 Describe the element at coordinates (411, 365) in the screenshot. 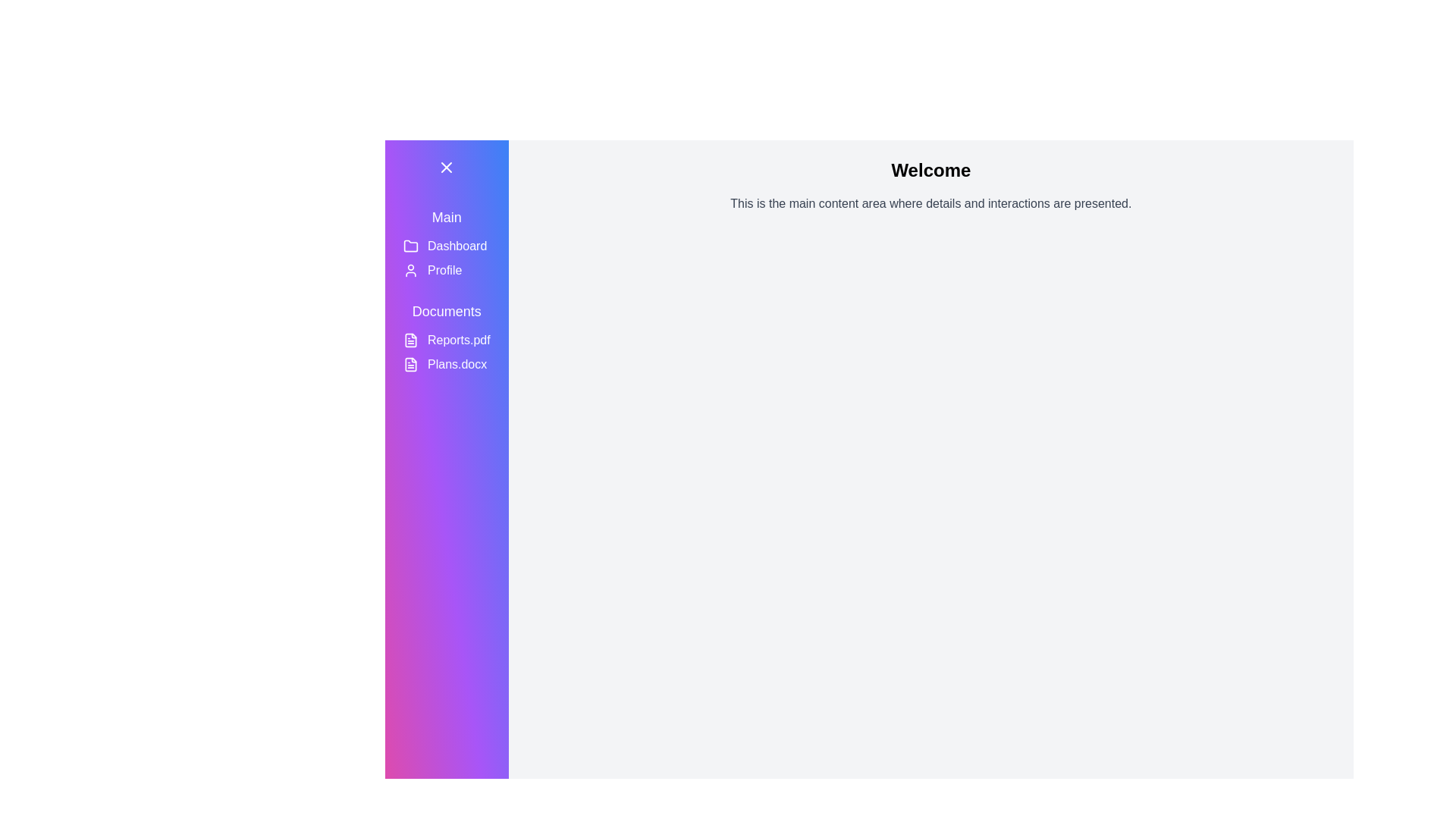

I see `the document file icon represented by a thin-lined SVG design, located to the left of the text 'Plans.docx' in the sidebar menu under the 'Documents' section` at that location.